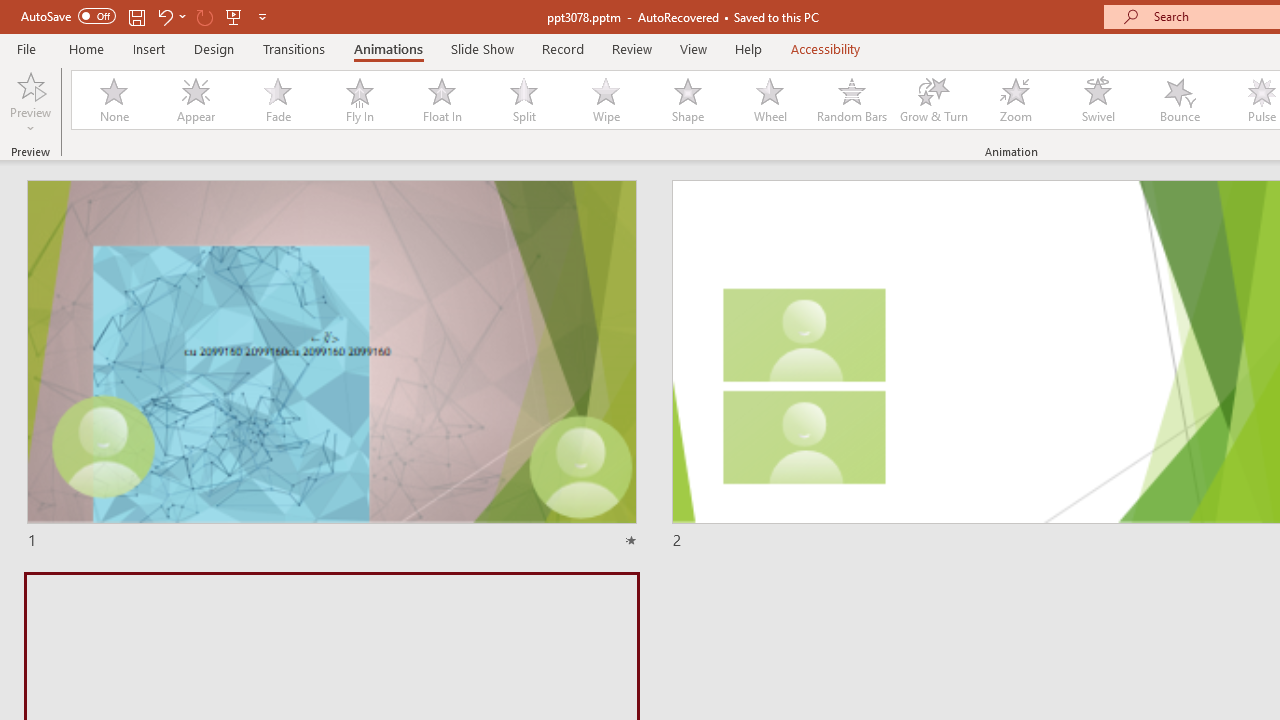 The image size is (1280, 720). What do you see at coordinates (276, 100) in the screenshot?
I see `'Fade'` at bounding box center [276, 100].